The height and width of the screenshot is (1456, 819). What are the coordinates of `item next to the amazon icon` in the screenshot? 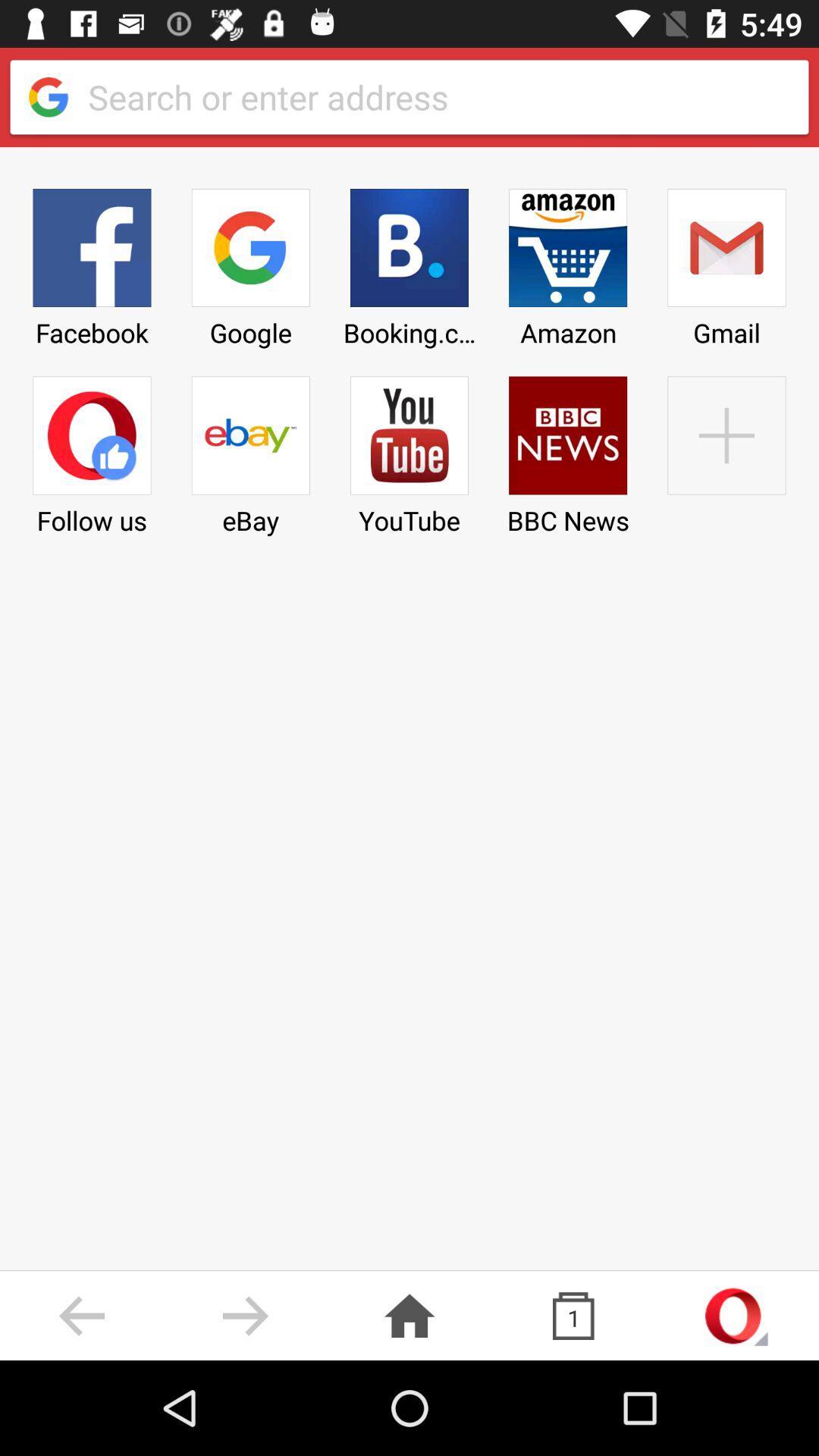 It's located at (726, 450).